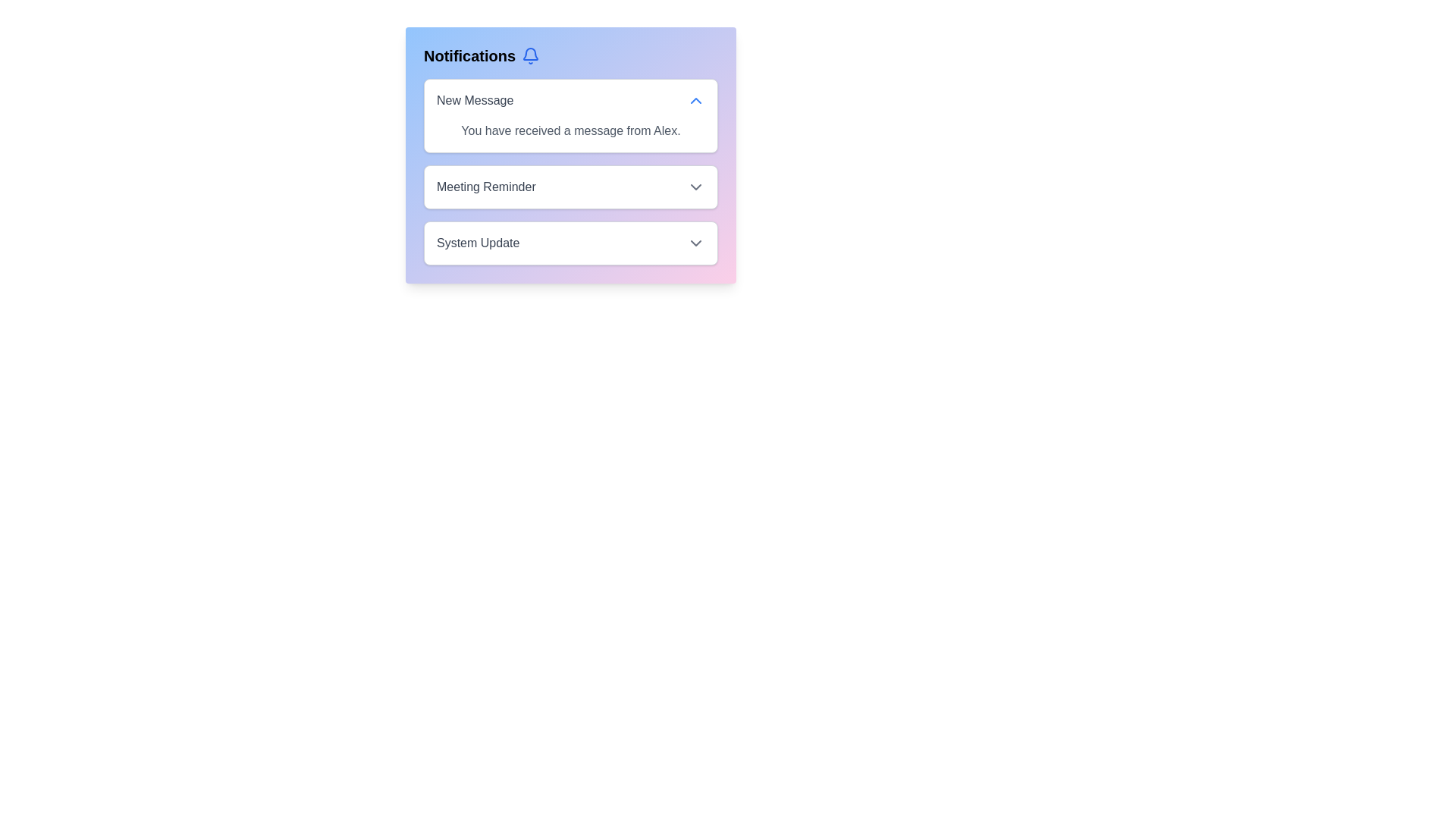 This screenshot has width=1456, height=819. What do you see at coordinates (695, 242) in the screenshot?
I see `the chevron-down icon located at the rightmost position of the 'System Update' item` at bounding box center [695, 242].